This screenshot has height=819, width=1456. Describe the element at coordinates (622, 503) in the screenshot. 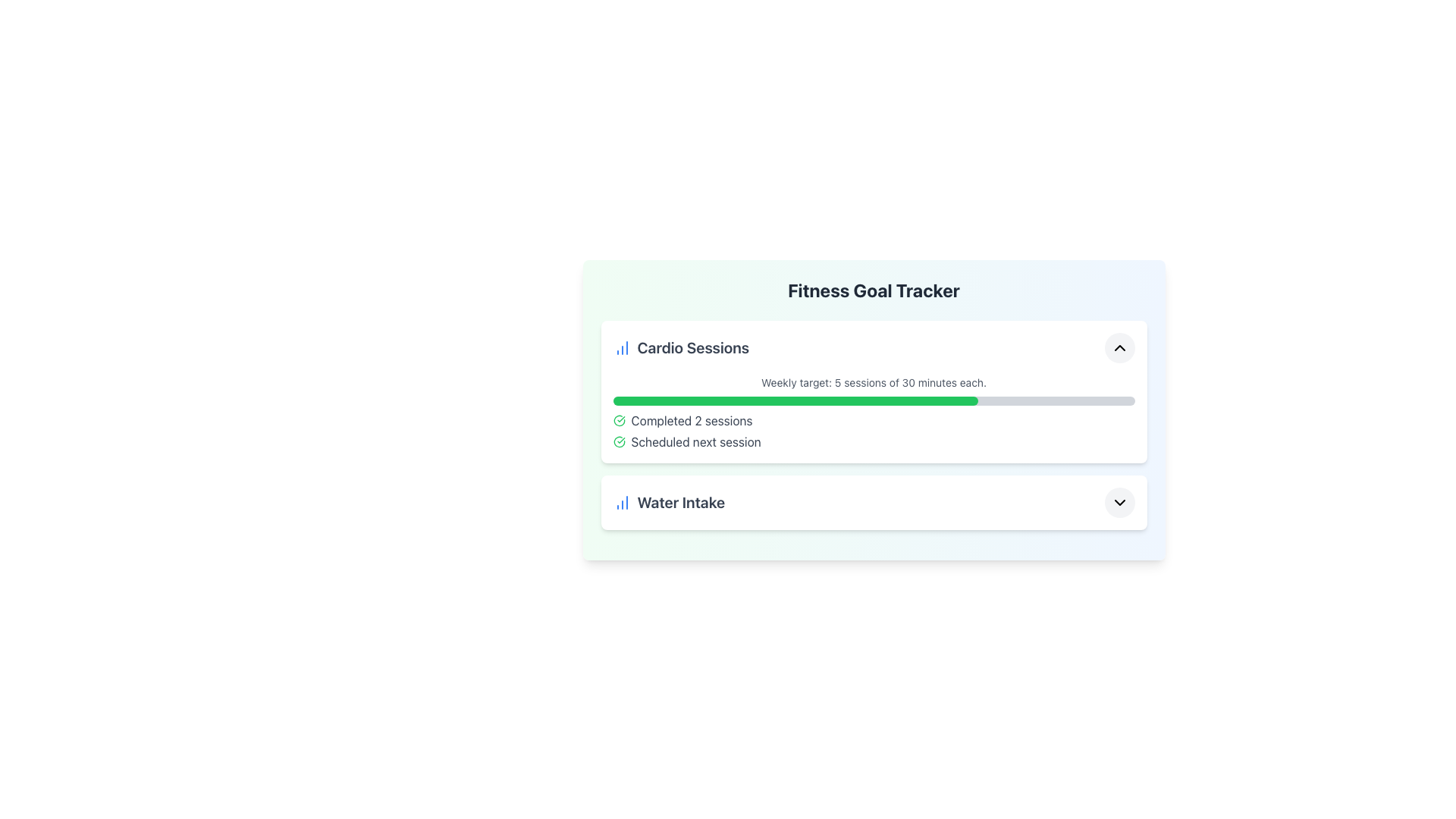

I see `the blue column chart icon that is part of the 'Water Intake' section in the Fitness Goal Tracker` at that location.